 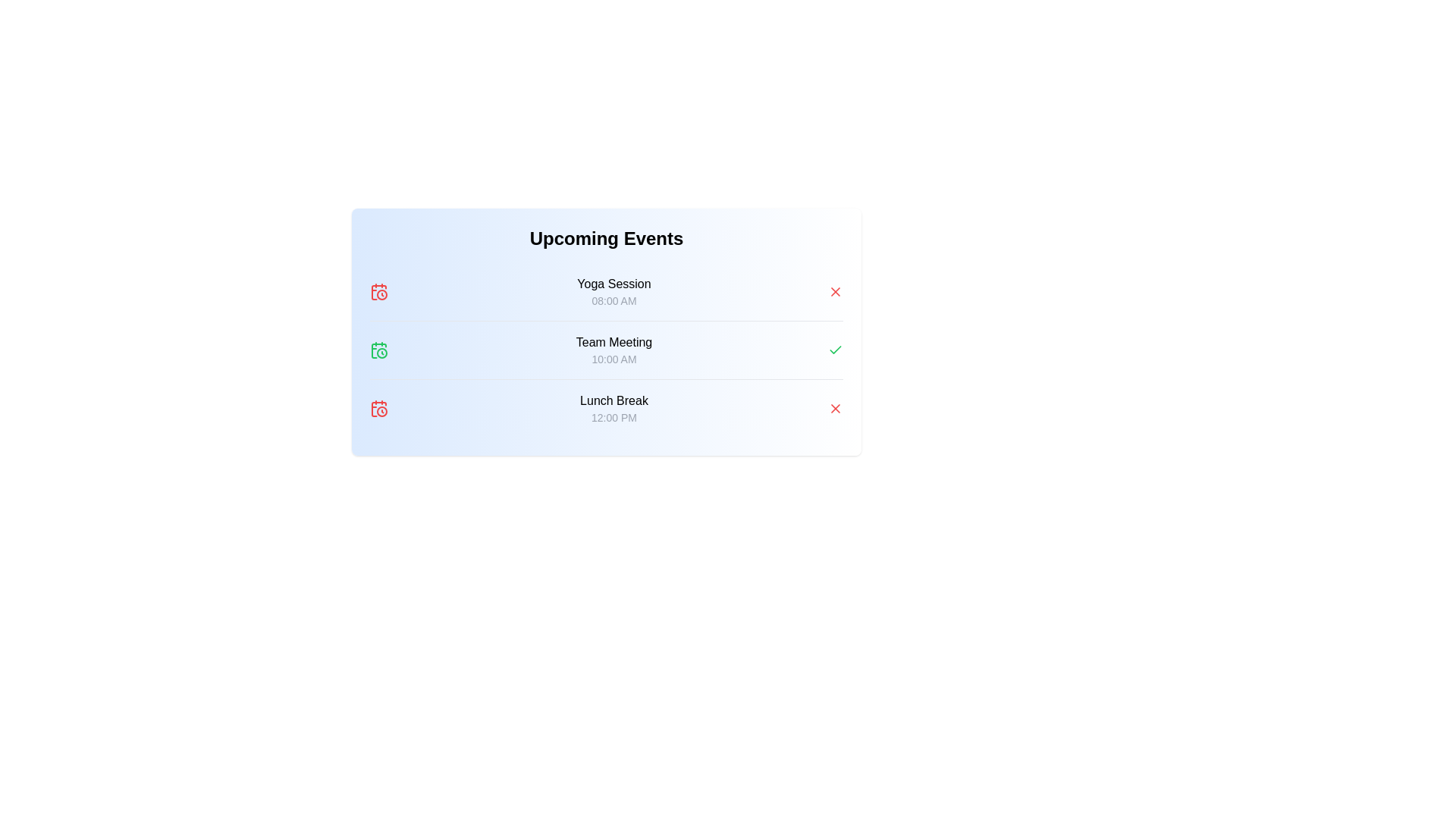 I want to click on the list item titled 'Yoga Session', so click(x=607, y=292).